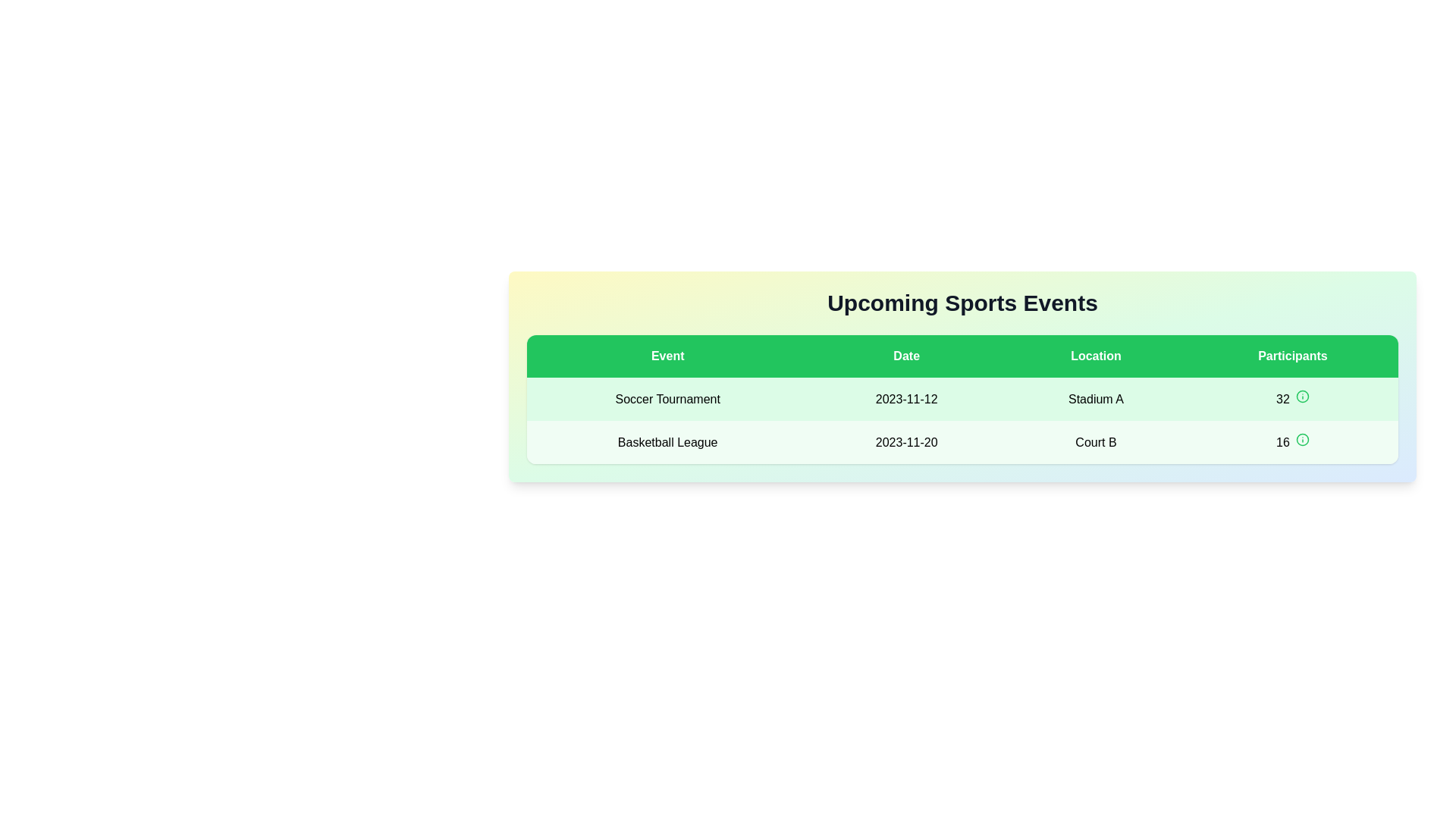 The width and height of the screenshot is (1456, 819). Describe the element at coordinates (962, 442) in the screenshot. I see `the second row in the table titled 'Upcoming Sports Events', which has a light green background and contains the fields 'Basketball League', '2023-11-20', 'Court B', and '16'` at that location.